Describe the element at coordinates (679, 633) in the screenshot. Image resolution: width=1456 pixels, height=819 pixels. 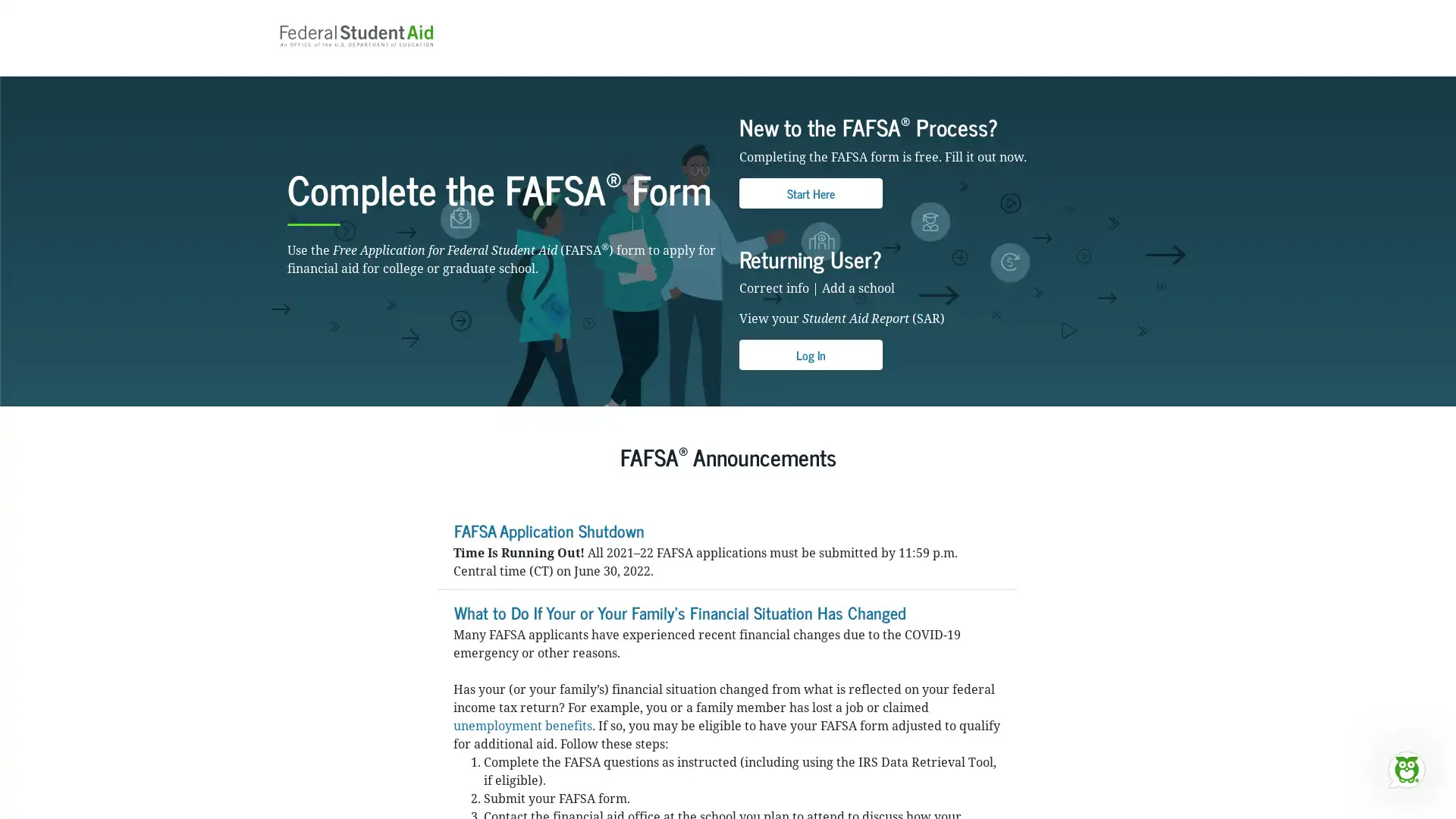
I see `What to Do If Your or Your Familys Financial Situation Has Changed` at that location.